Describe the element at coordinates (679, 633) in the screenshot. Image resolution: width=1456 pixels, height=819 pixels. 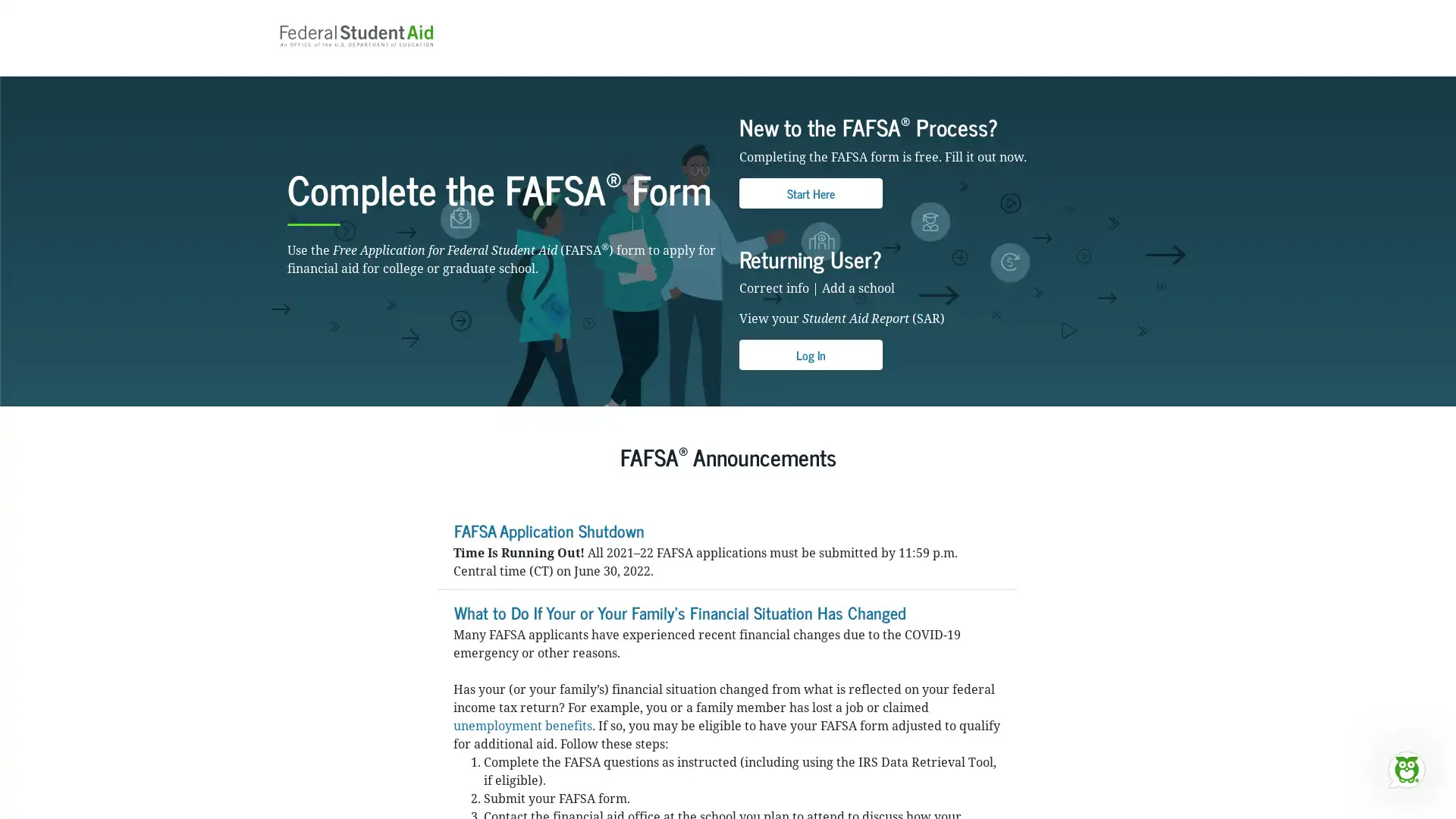
I see `What to Do If Your or Your Familys Financial Situation Has Changed` at that location.